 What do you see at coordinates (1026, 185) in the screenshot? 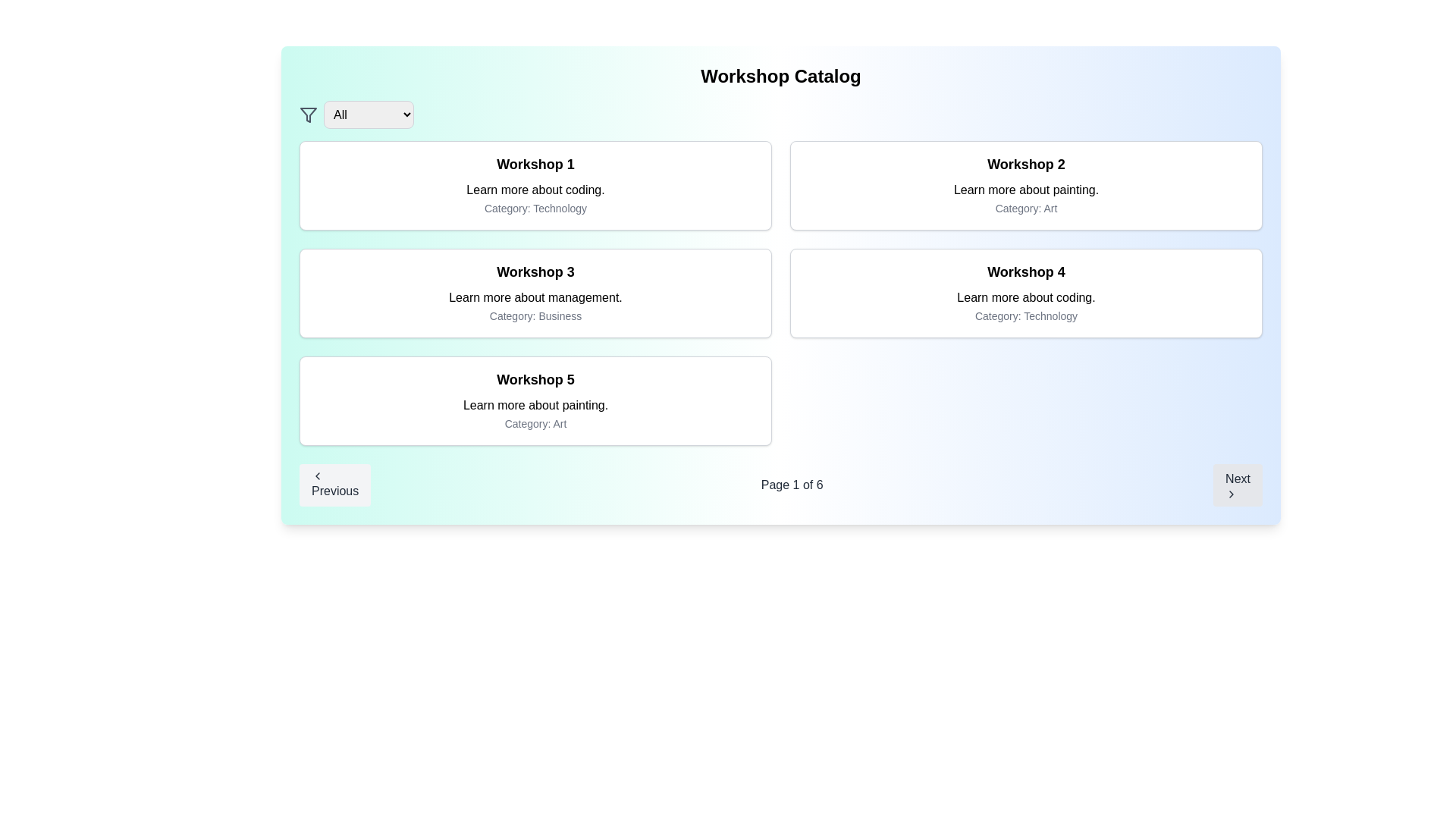
I see `the second Informational card in the workshop entry grid layout, which provides details about the workshop` at bounding box center [1026, 185].